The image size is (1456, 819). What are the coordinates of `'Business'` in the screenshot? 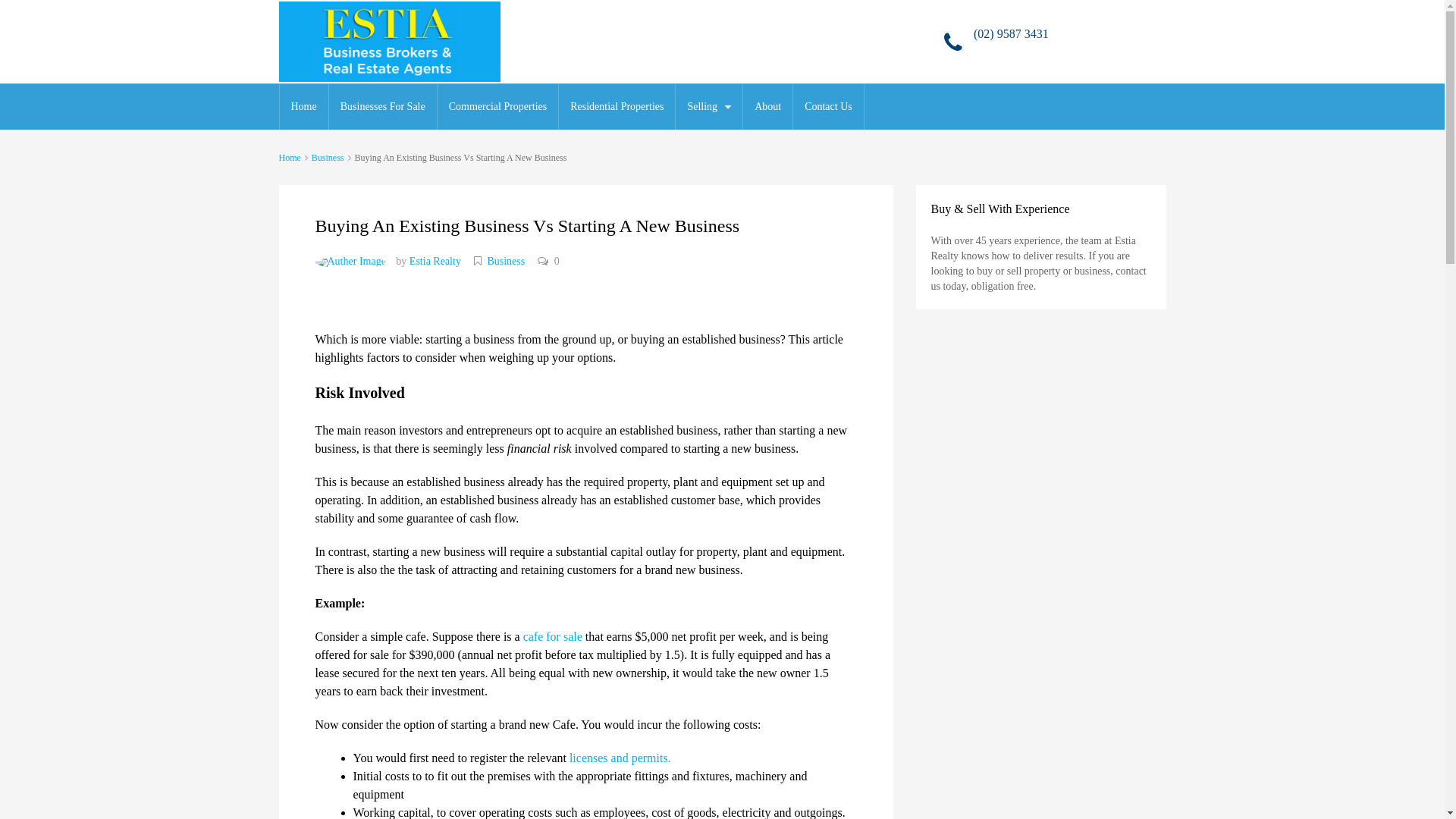 It's located at (327, 158).